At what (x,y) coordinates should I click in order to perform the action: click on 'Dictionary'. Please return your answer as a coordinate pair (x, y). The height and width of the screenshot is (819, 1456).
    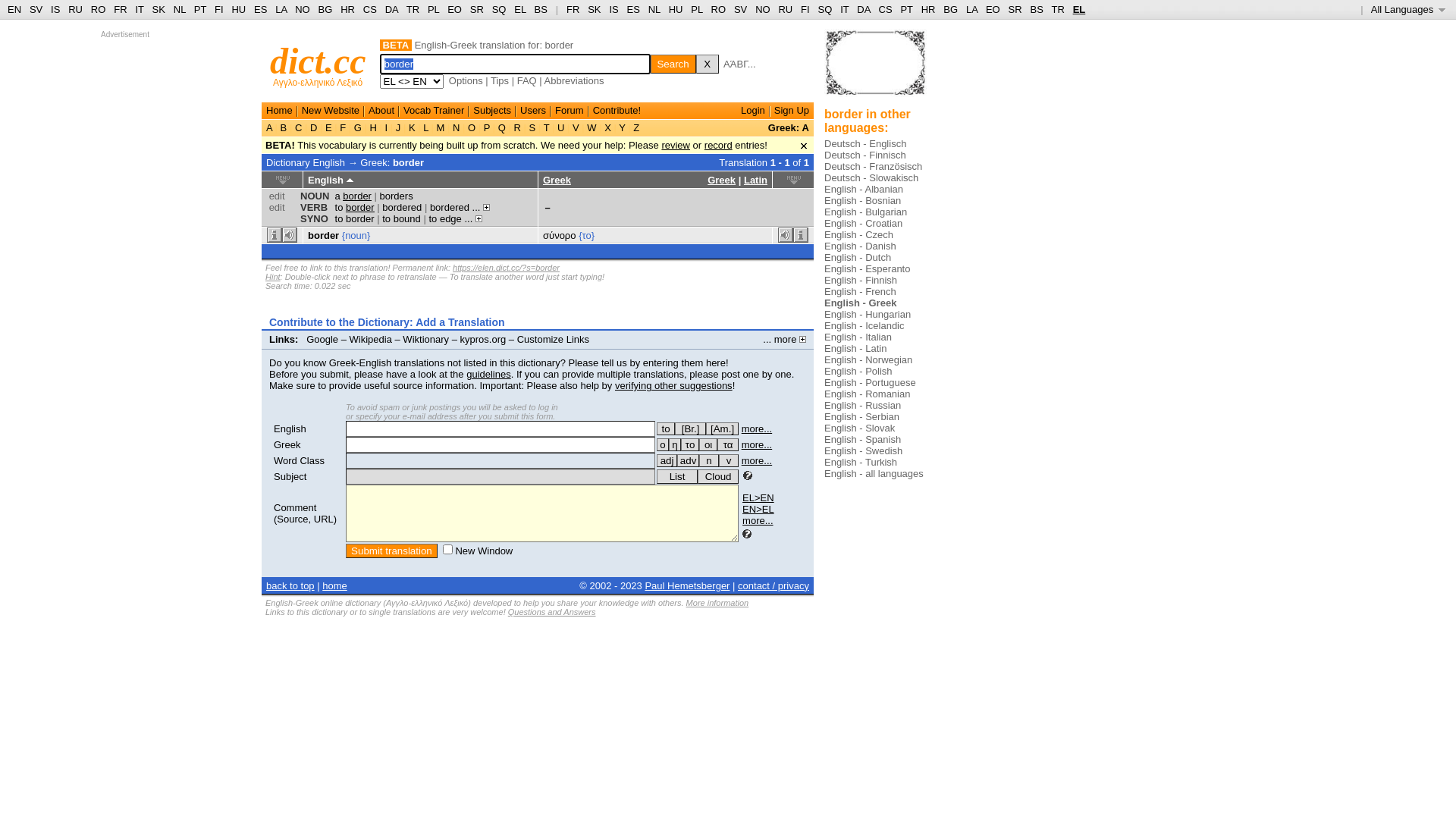
    Looking at the image, I should click on (287, 162).